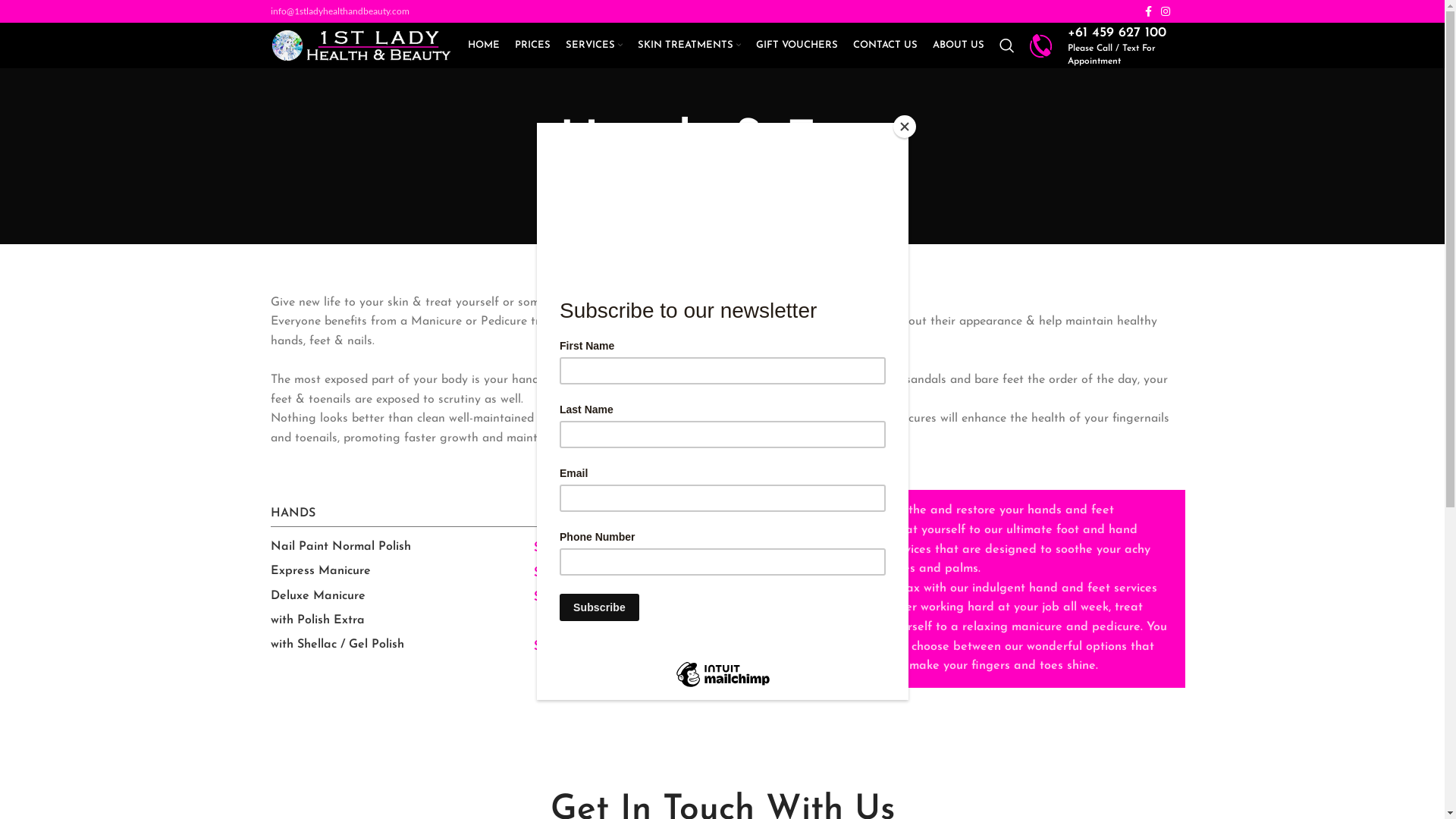  What do you see at coordinates (795, 45) in the screenshot?
I see `'GIFT VOUCHERS'` at bounding box center [795, 45].